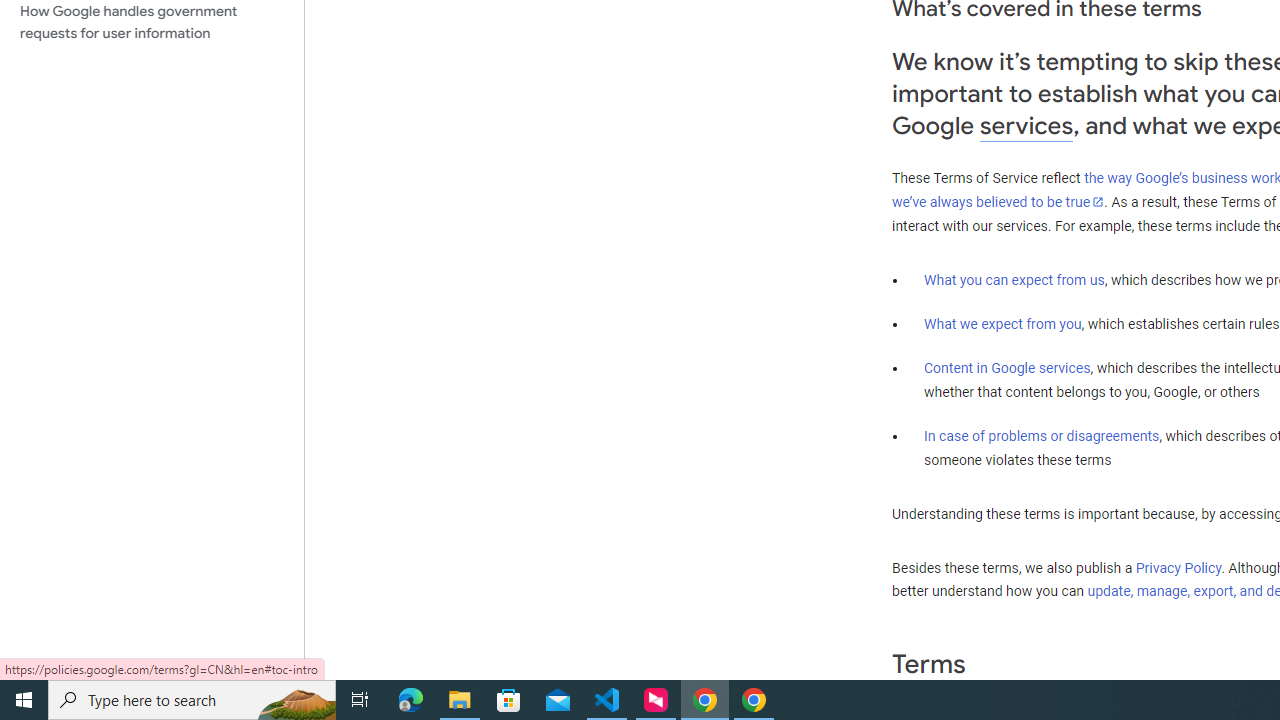 The width and height of the screenshot is (1280, 720). I want to click on 'services', so click(1026, 125).